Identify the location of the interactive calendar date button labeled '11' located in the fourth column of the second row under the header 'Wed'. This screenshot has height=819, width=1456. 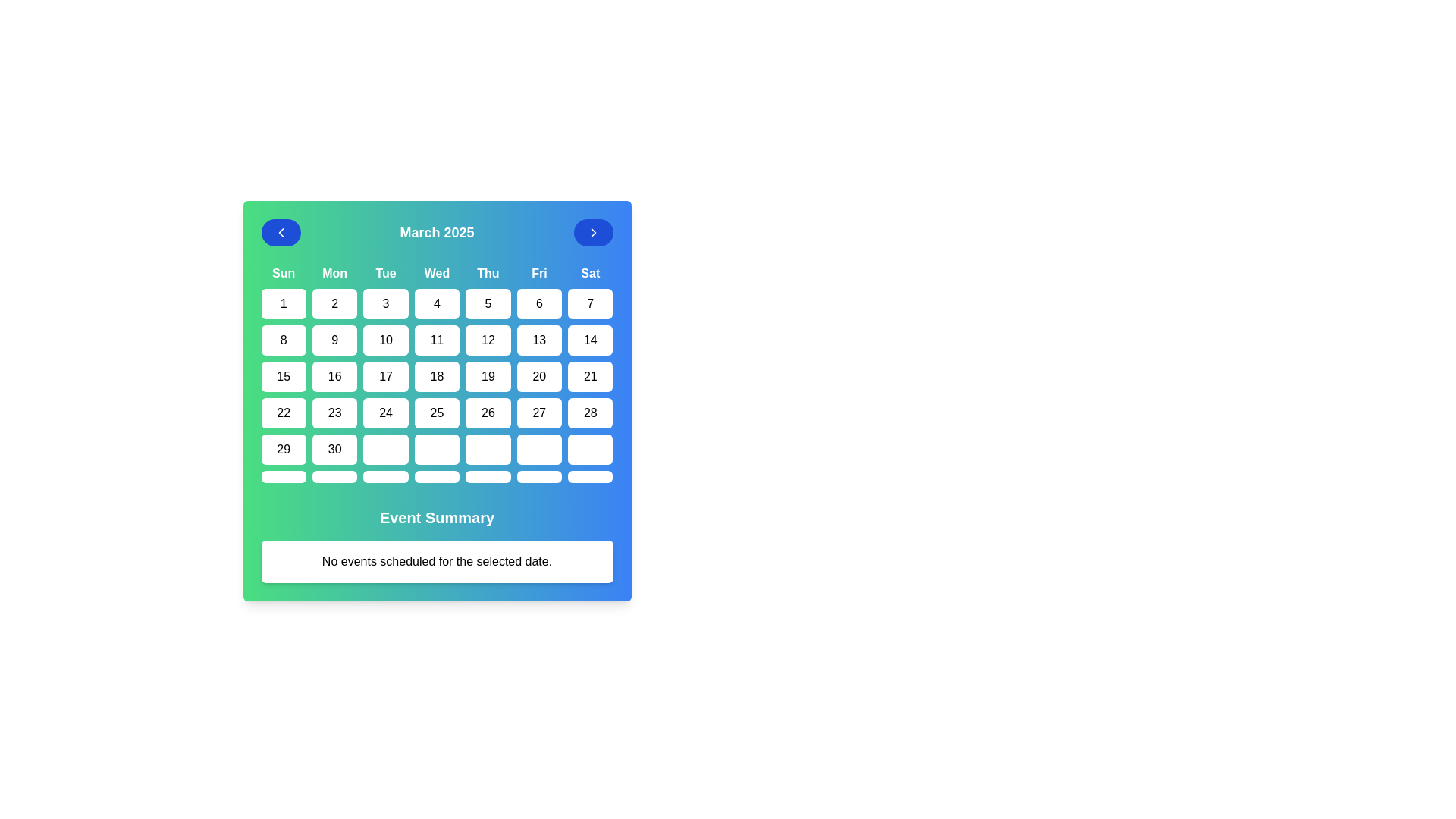
(436, 339).